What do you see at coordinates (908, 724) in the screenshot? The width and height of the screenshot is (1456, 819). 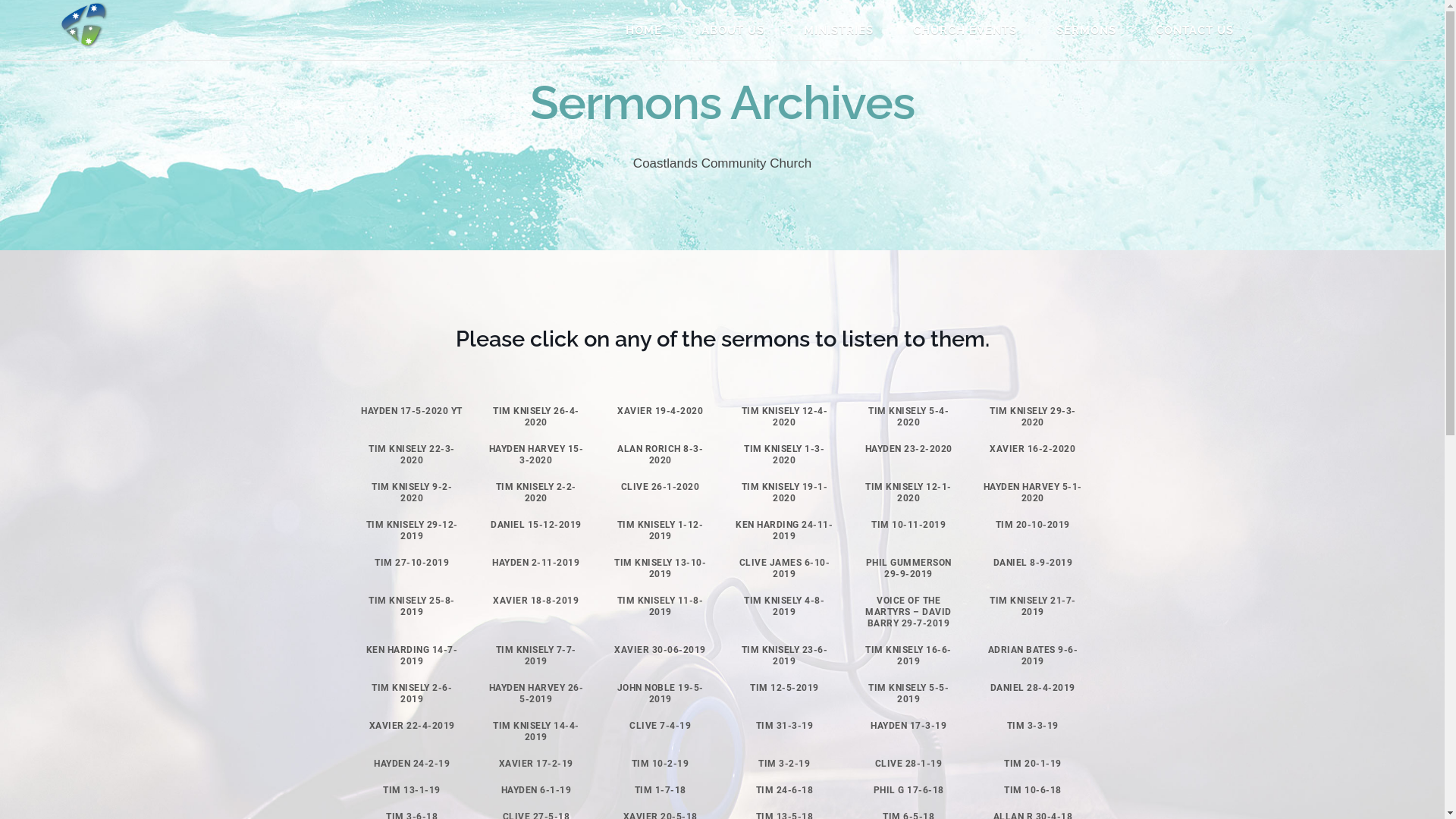 I see `'HAYDEN 17-3-19'` at bounding box center [908, 724].